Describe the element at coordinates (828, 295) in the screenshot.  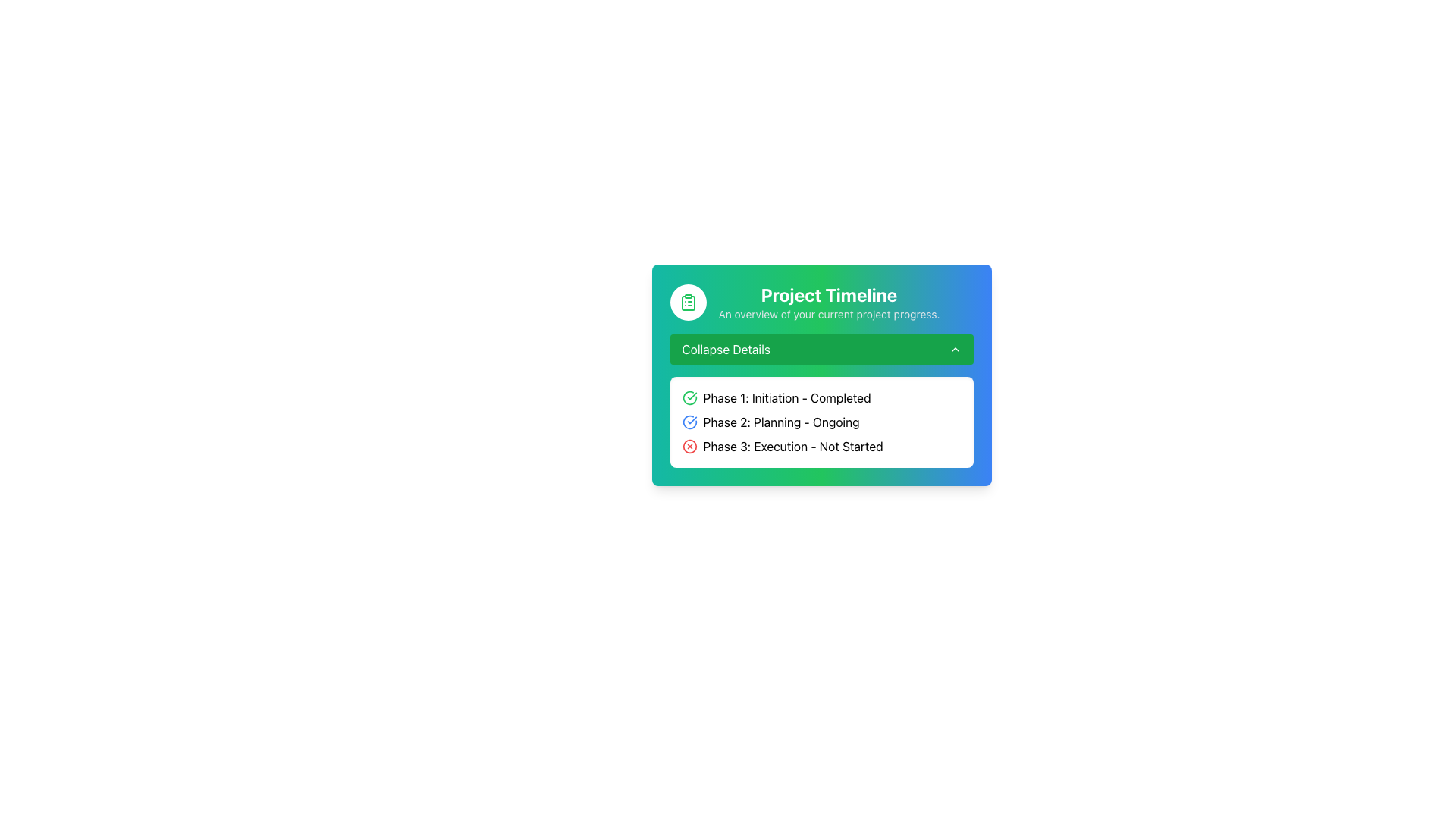
I see `title header indicating the section or topic of the content, which is 'Project Timeline.'` at that location.